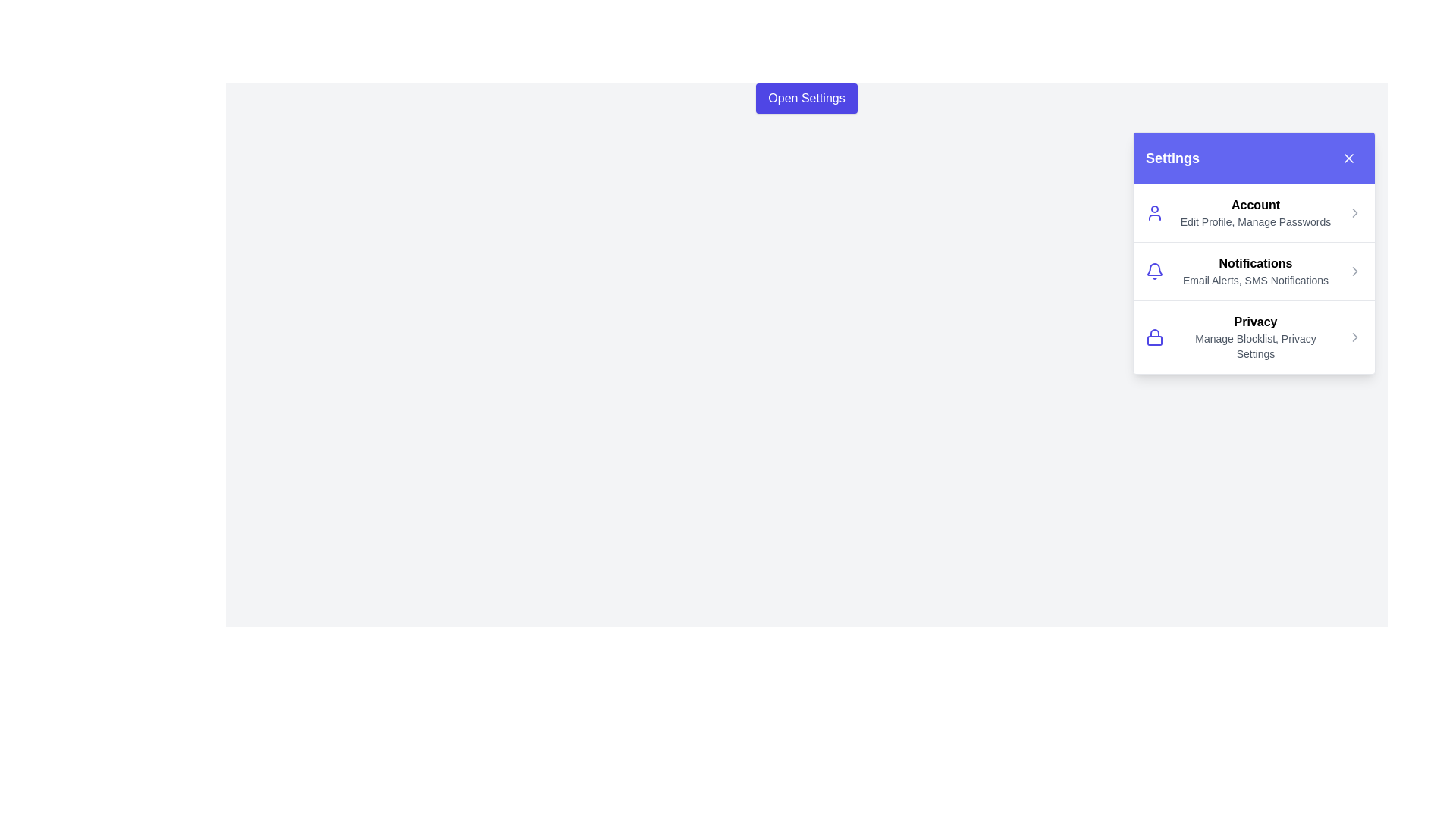 The width and height of the screenshot is (1456, 819). What do you see at coordinates (1256, 262) in the screenshot?
I see `text of the 'Notifications' heading label located within the settings menu, positioned to the right of a bell icon and above a descriptive text label` at bounding box center [1256, 262].